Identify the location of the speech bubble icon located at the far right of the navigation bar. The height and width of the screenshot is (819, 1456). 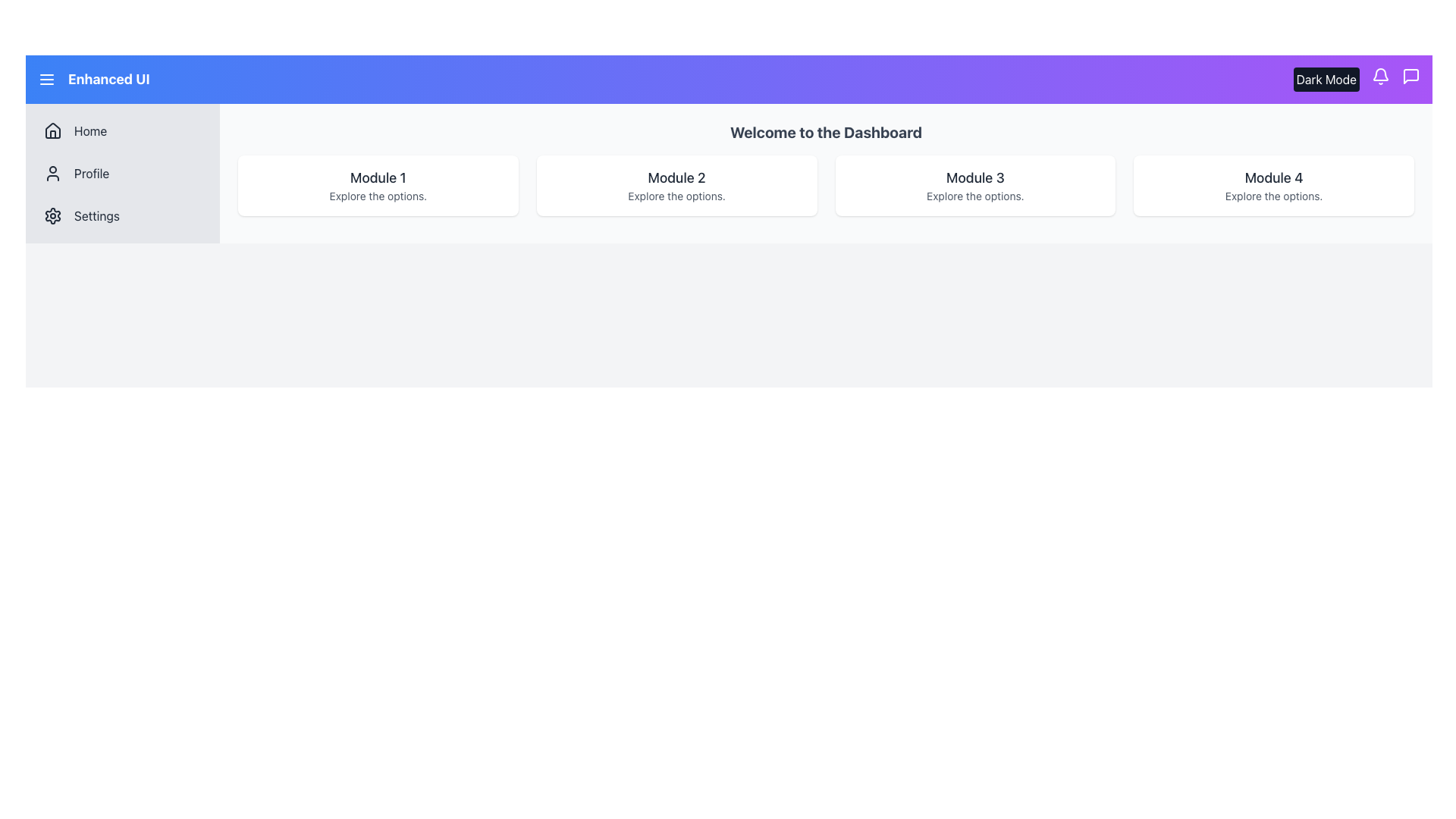
(1410, 76).